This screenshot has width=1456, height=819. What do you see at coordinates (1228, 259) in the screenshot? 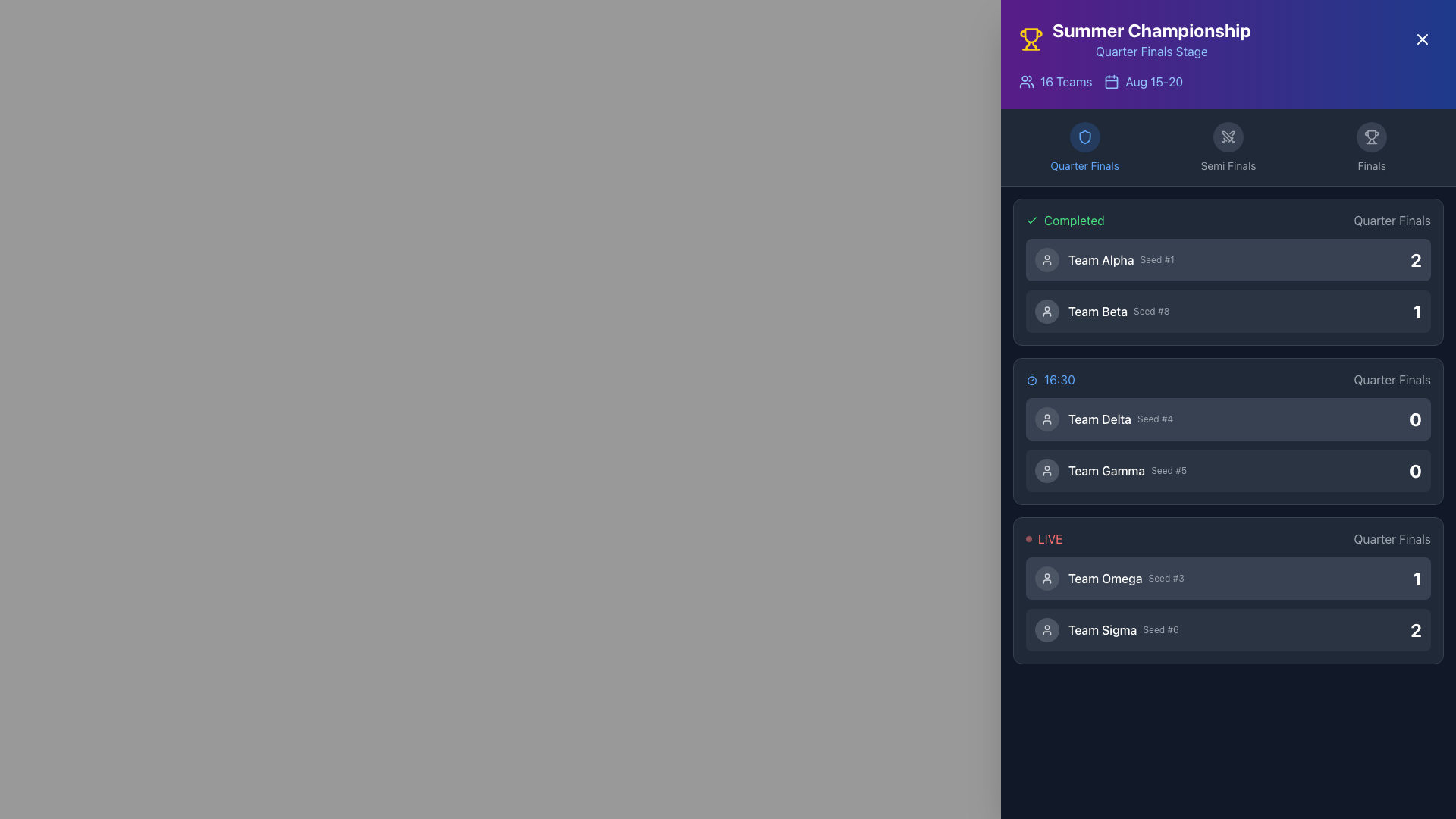
I see `the Informational Card displaying 'Team Alpha Seed #1' with a dark gray background, which is the first in its group under the section titled 'Completed'` at bounding box center [1228, 259].